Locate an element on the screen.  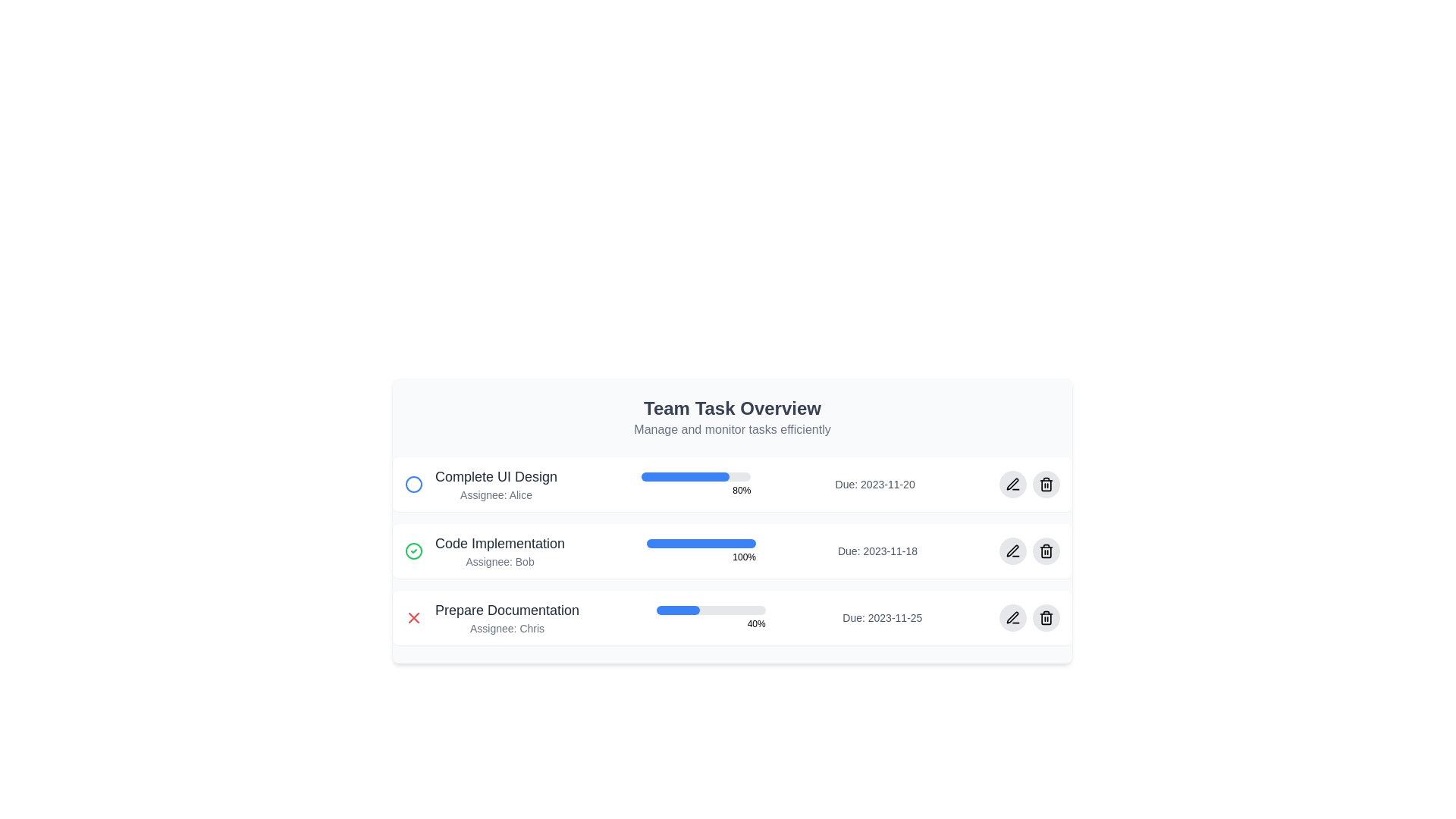
the delete action button located to the right of the task row labeled 'Complete UI Design' is located at coordinates (1045, 485).